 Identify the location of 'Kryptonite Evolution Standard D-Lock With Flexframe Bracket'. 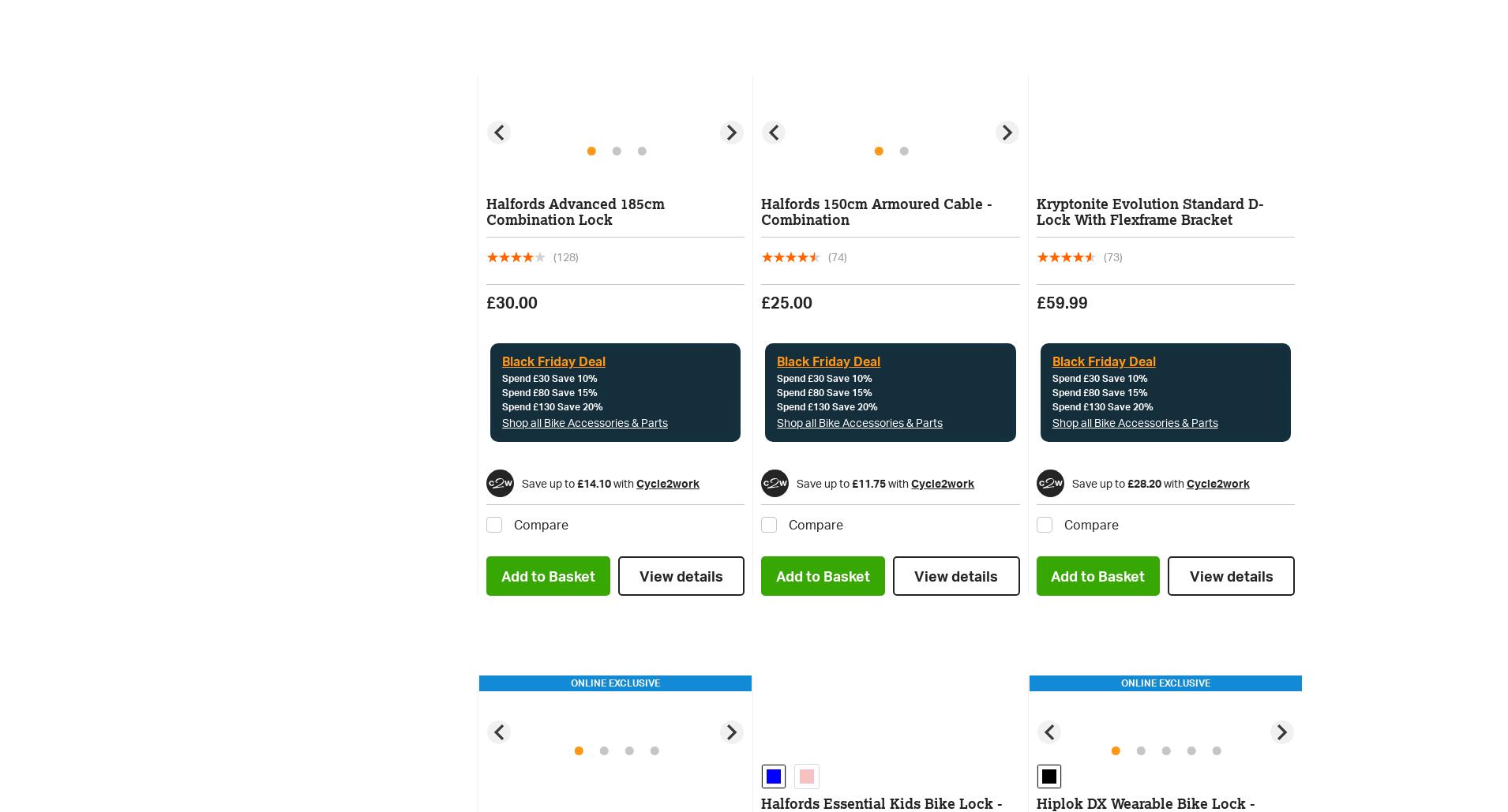
(1034, 212).